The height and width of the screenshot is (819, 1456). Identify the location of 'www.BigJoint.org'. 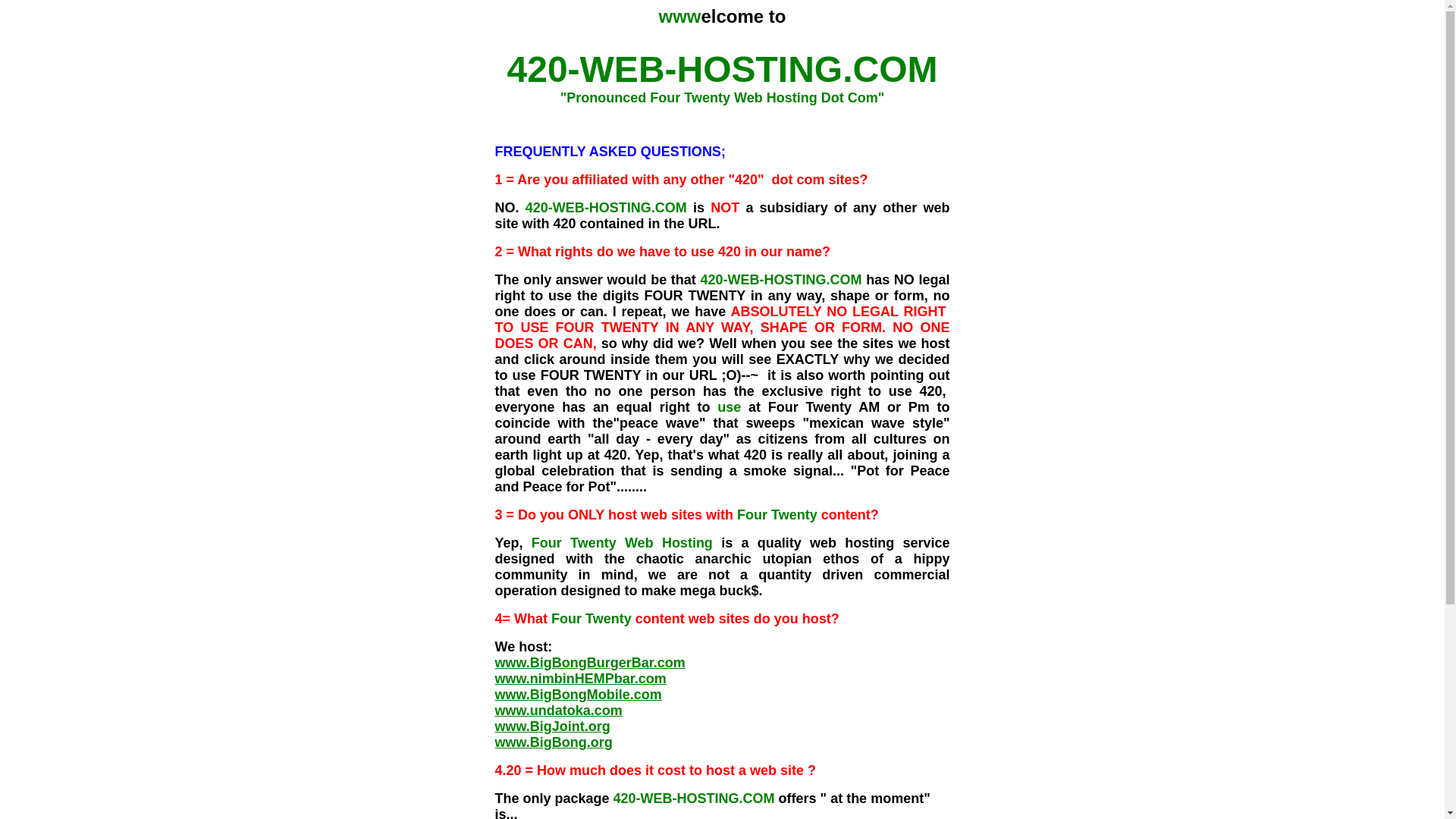
(551, 725).